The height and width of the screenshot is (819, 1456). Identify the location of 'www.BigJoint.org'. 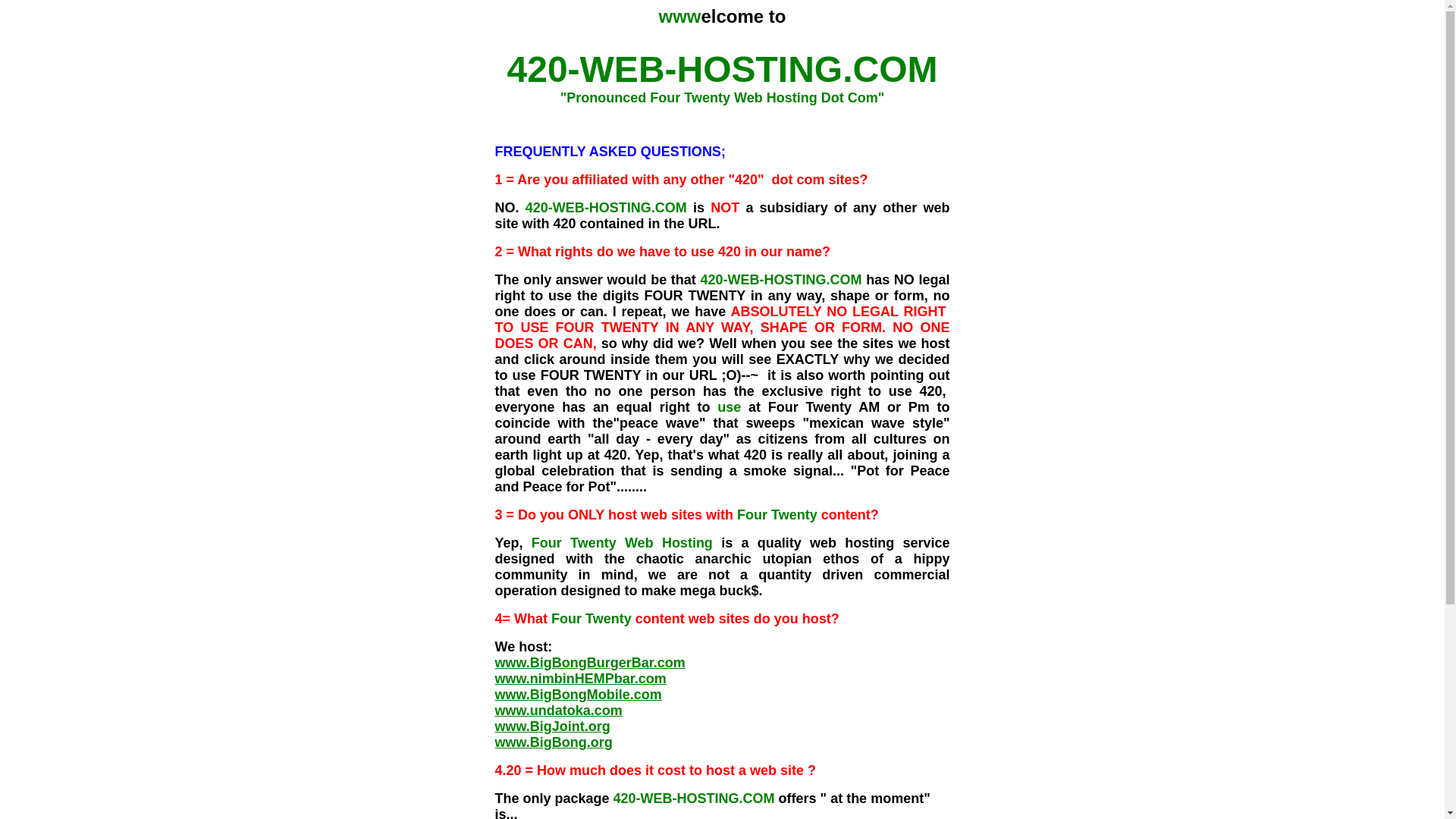
(551, 725).